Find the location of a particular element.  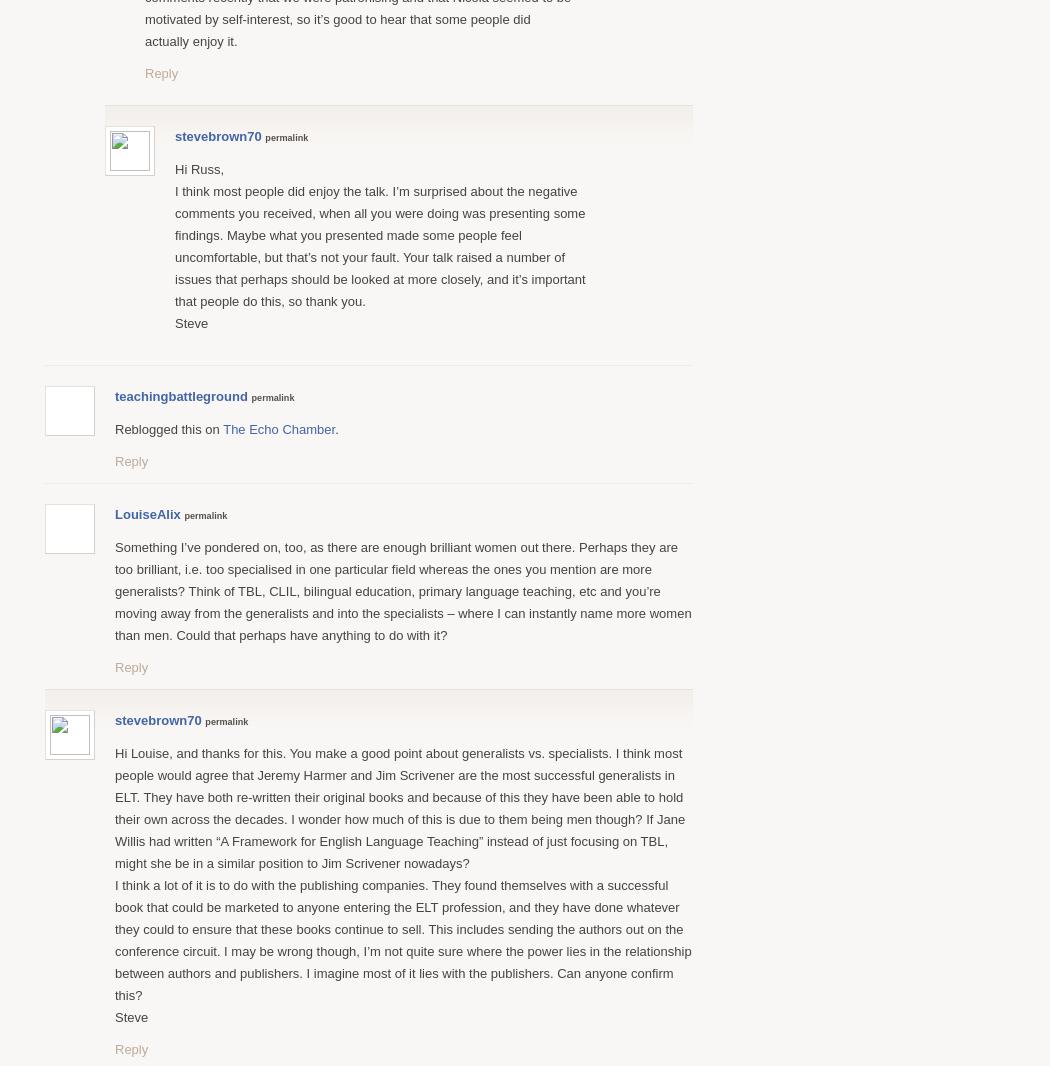

'Hi Russ,' is located at coordinates (198, 167).